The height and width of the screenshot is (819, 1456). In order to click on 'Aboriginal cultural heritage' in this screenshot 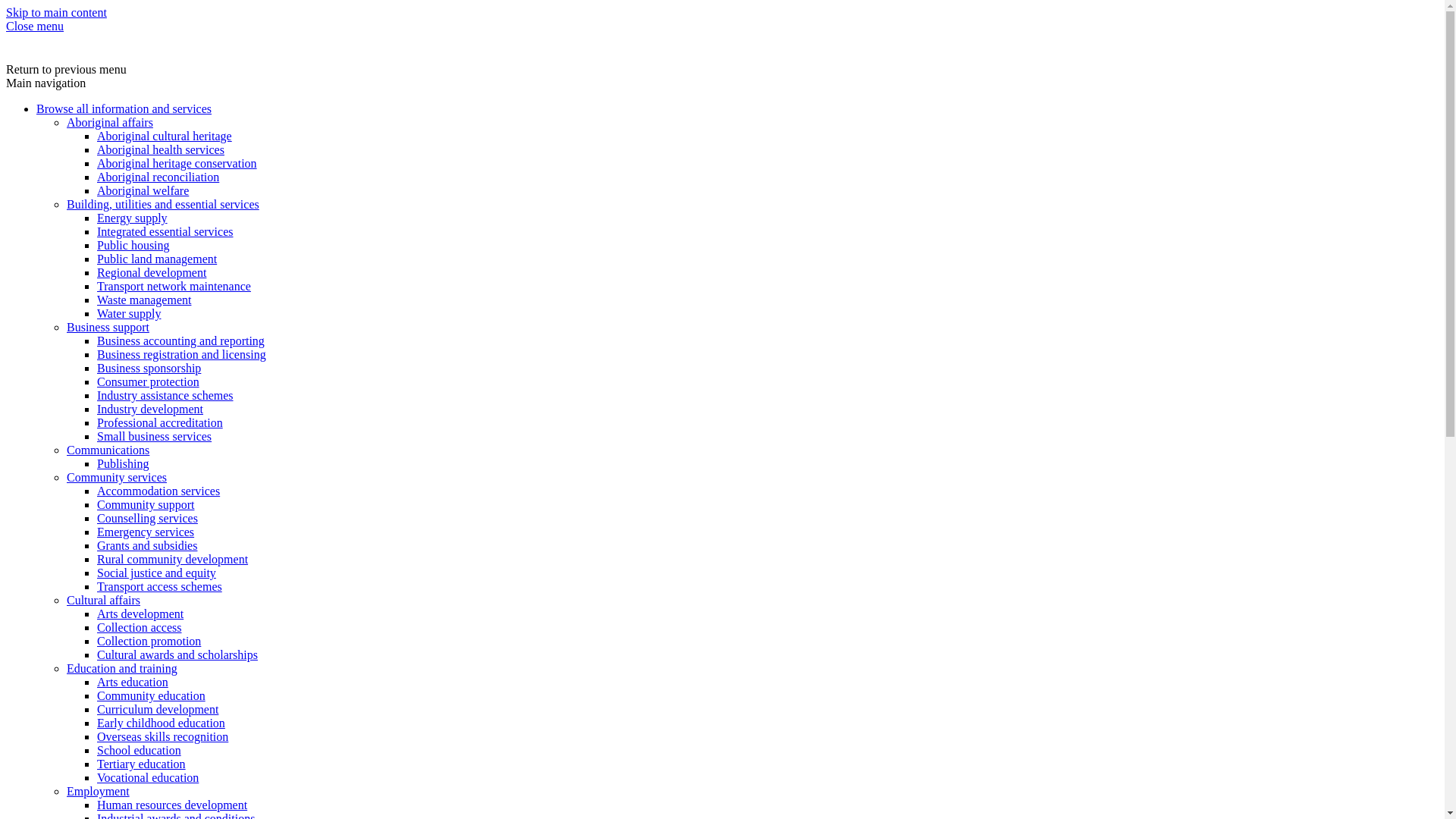, I will do `click(164, 135)`.